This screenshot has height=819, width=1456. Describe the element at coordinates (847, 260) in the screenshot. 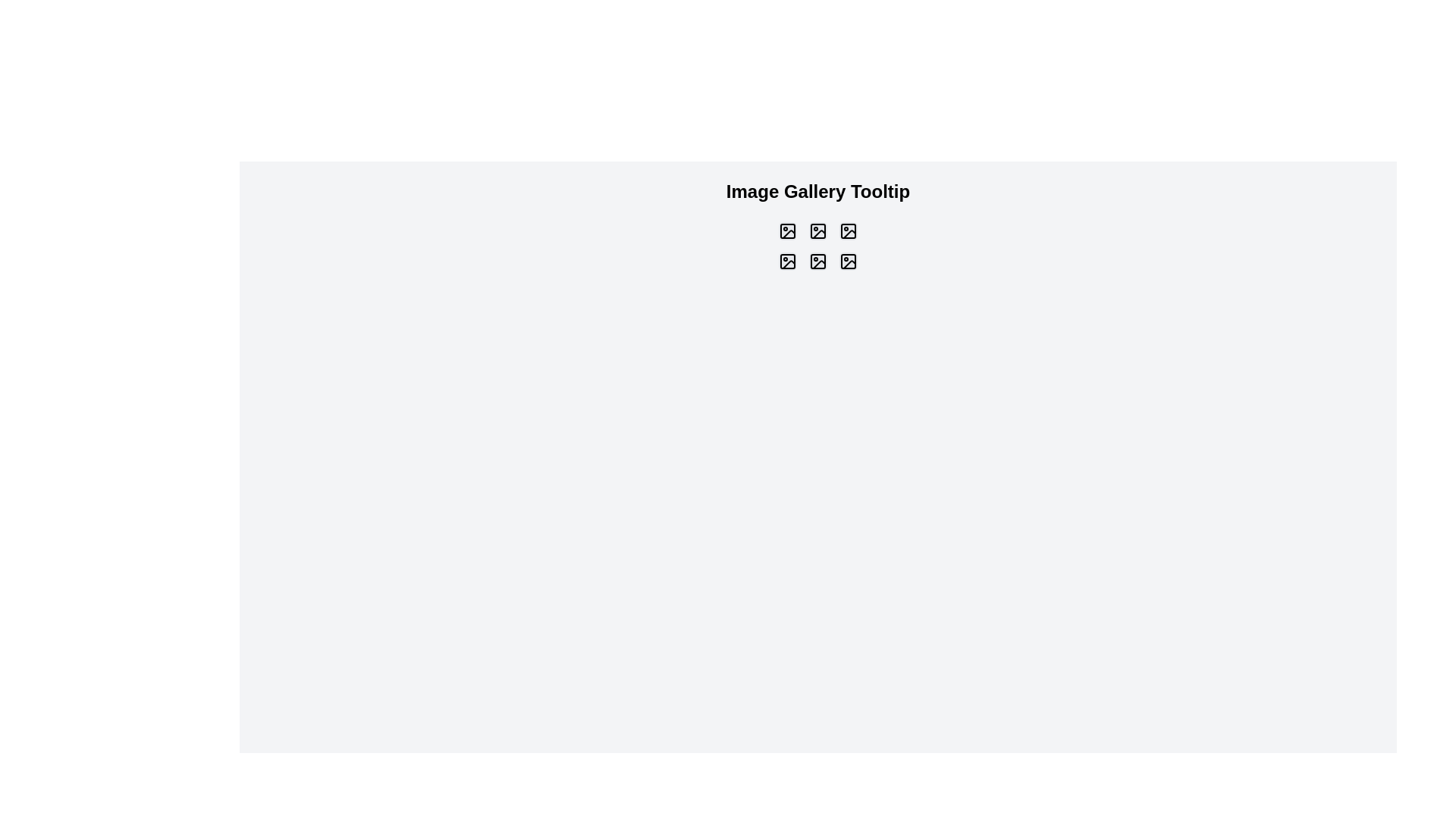

I see `the last icon button in the third row of the grid layout, which is located at the bottom-right position` at that location.